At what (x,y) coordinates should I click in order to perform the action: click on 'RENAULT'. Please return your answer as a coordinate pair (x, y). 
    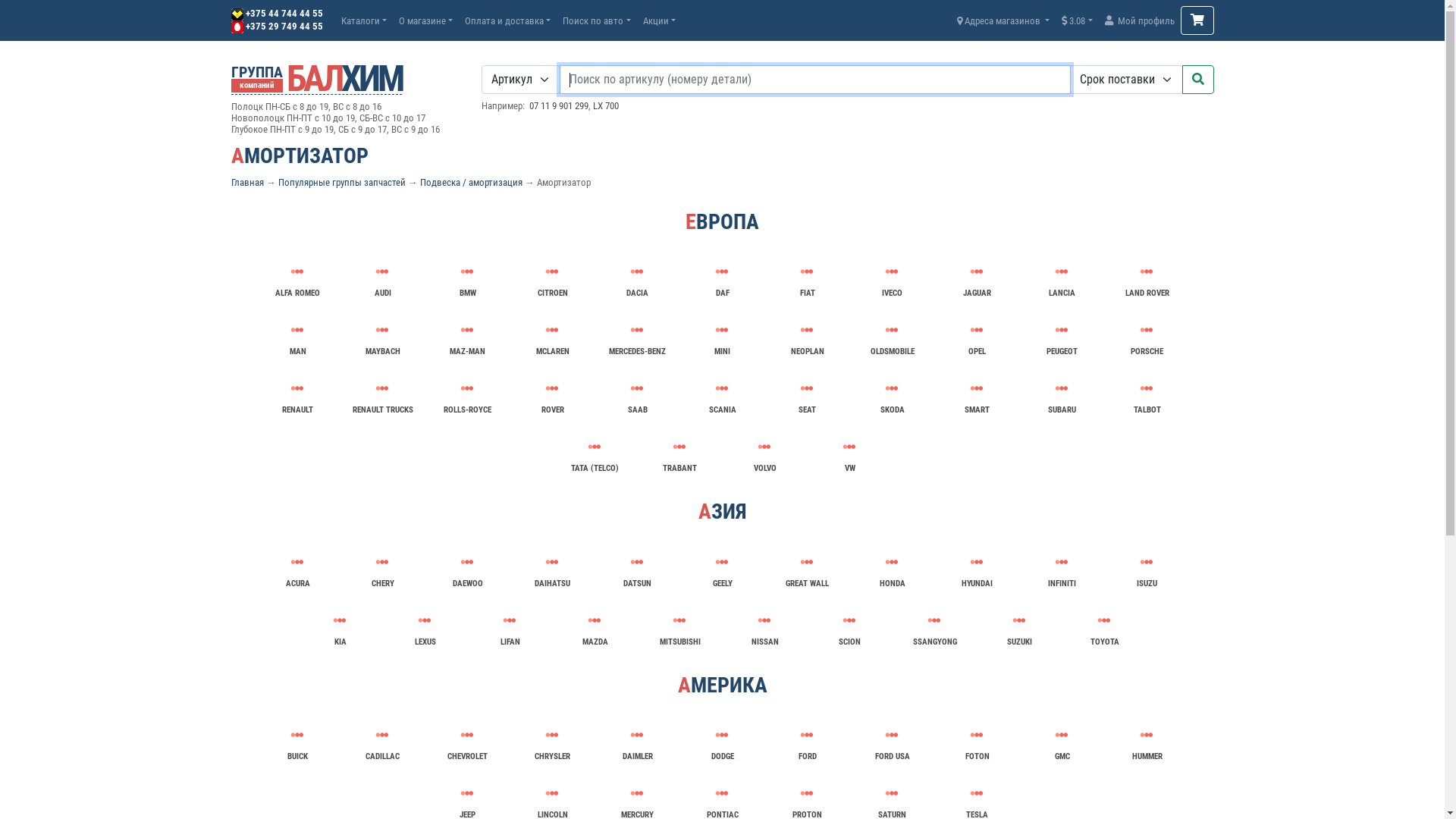
    Looking at the image, I should click on (297, 388).